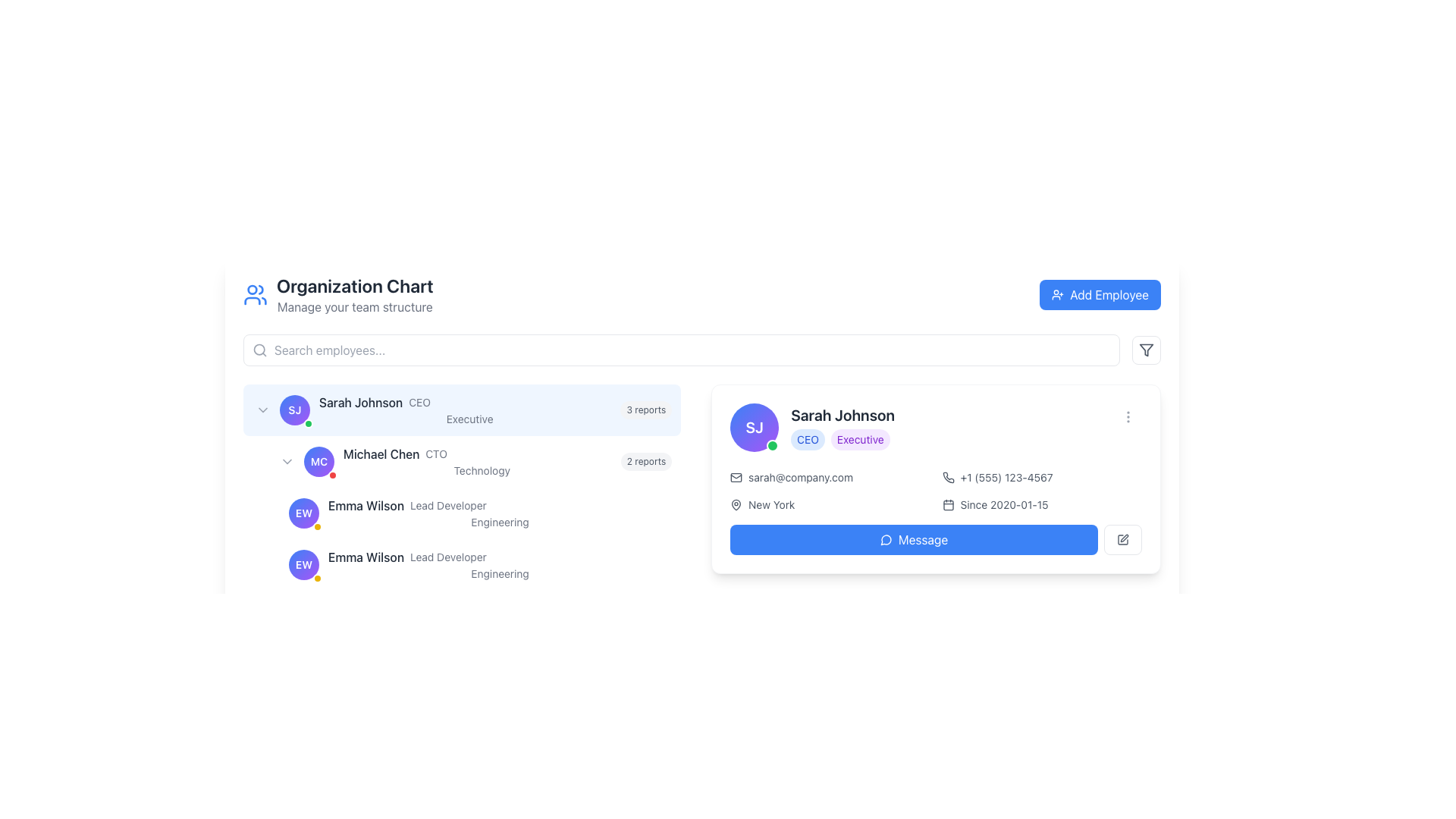  I want to click on the chevron icon located to the left of the row containing 'Sarah Johnson CEO' in the organization chart, so click(262, 409).